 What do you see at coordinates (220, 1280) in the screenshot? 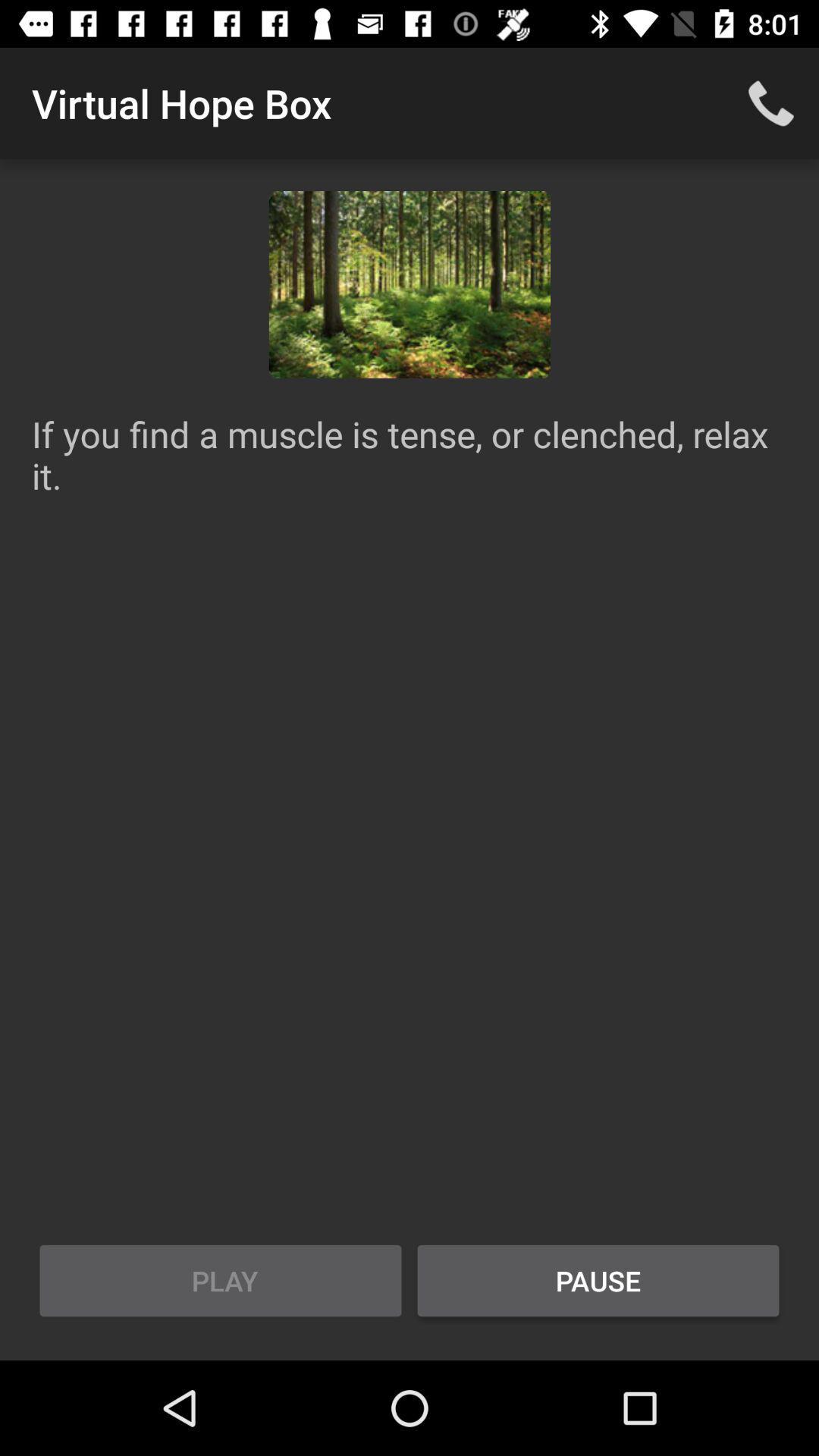
I see `item next to the pause` at bounding box center [220, 1280].